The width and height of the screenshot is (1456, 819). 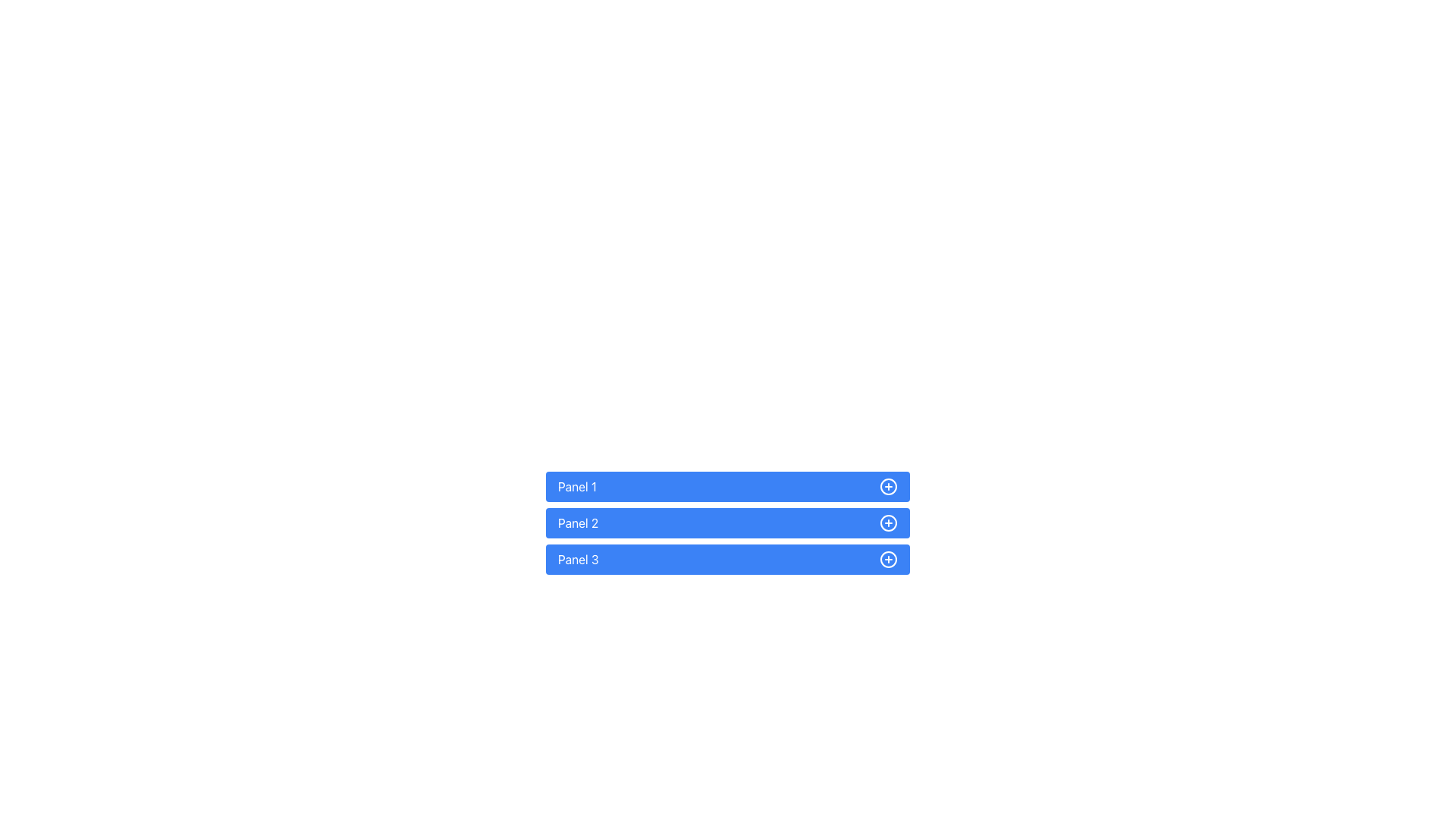 I want to click on the blue rectangular panel labeled 'Panel 3', so click(x=728, y=559).